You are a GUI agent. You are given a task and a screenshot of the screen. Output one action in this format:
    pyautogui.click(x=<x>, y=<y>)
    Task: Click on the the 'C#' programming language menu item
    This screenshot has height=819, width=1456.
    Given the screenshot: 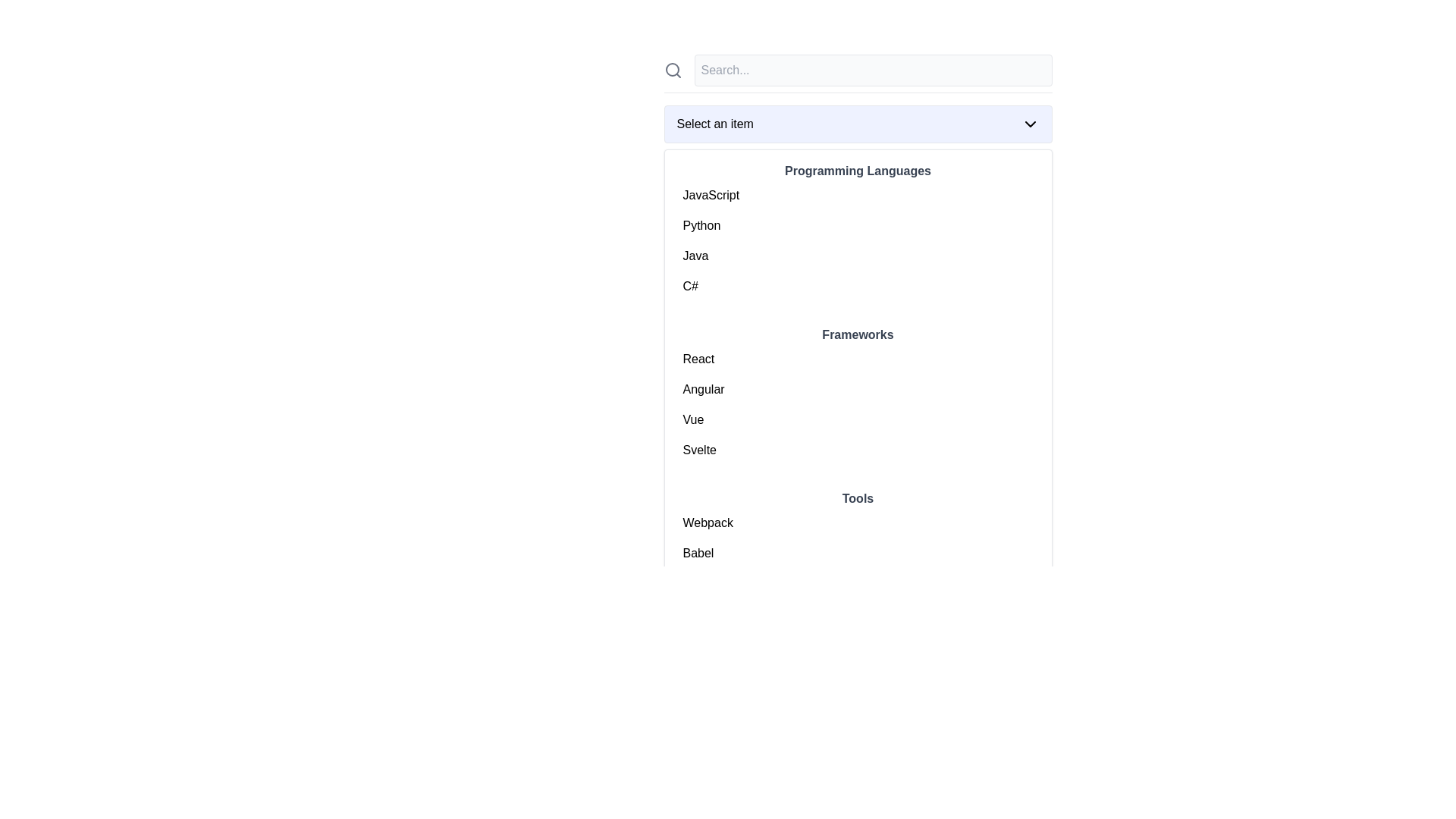 What is the action you would take?
    pyautogui.click(x=858, y=287)
    